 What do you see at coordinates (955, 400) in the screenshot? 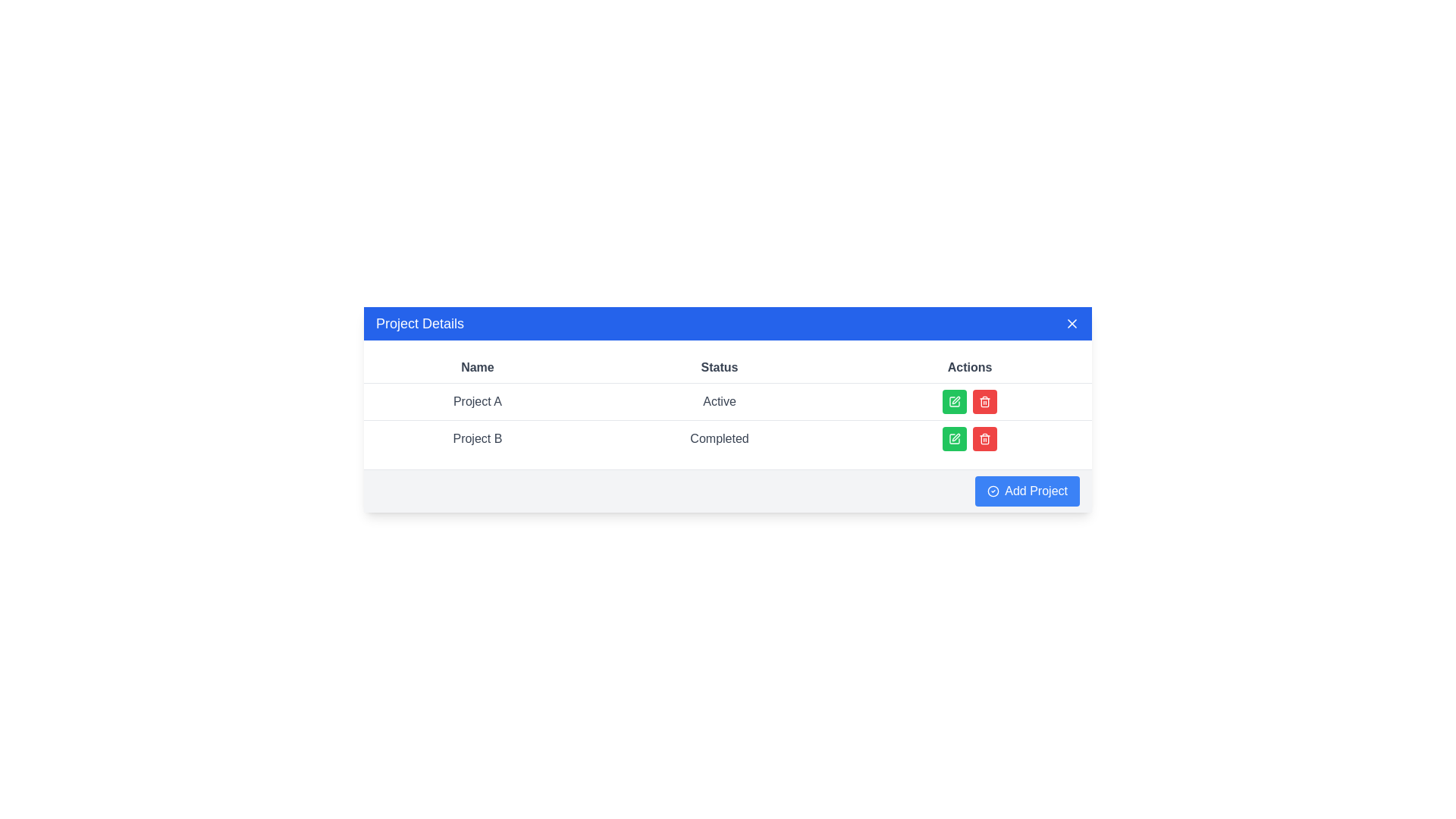
I see `the small pen or pencil icon located in the 'Actions' column of the 'Project B' row in the displayed table` at bounding box center [955, 400].